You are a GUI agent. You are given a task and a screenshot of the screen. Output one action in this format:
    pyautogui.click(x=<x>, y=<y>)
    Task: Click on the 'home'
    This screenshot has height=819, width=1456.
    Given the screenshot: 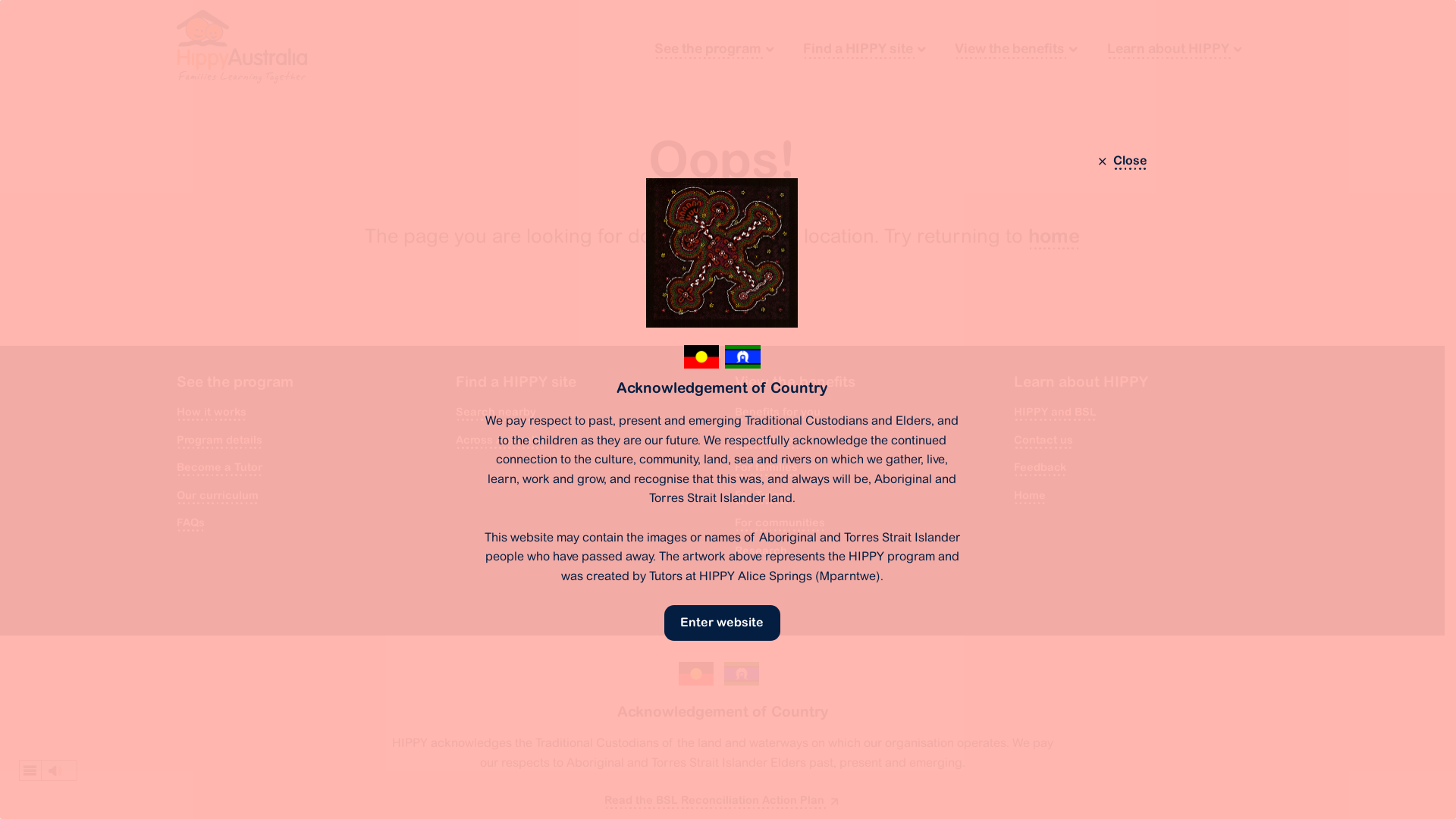 What is the action you would take?
    pyautogui.click(x=1028, y=236)
    